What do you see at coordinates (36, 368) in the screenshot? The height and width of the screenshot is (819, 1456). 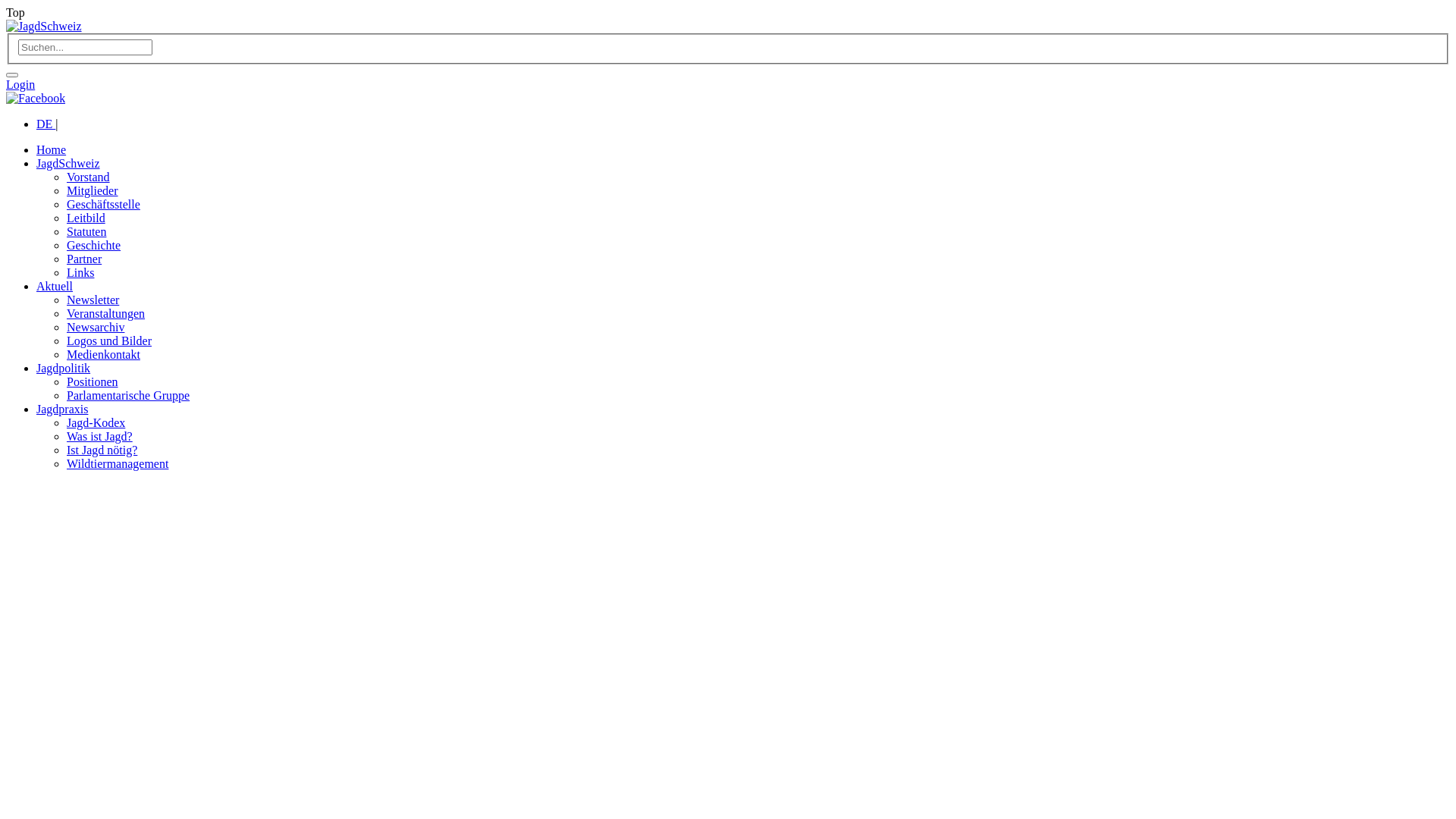 I see `'Jagdpolitik'` at bounding box center [36, 368].